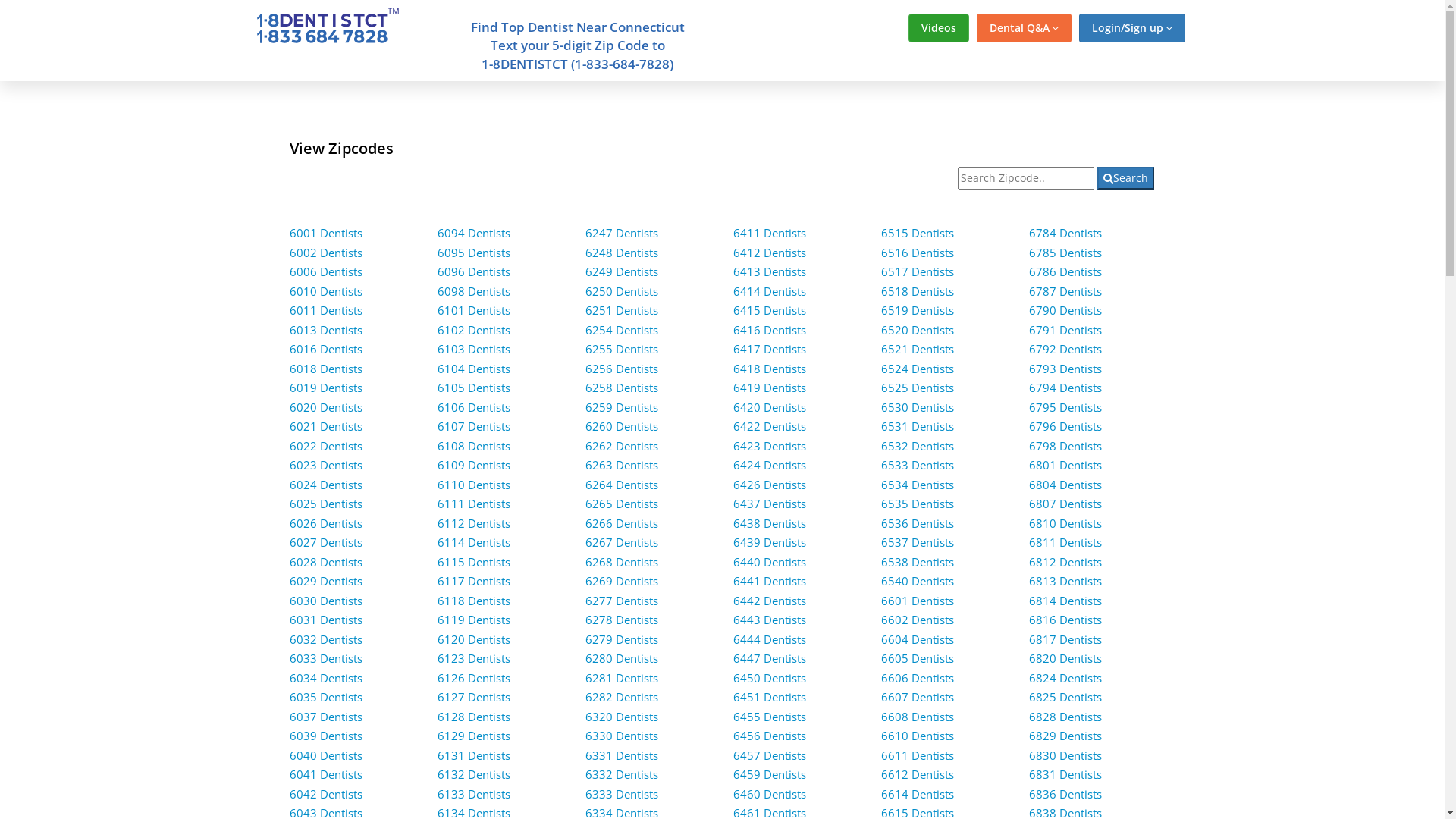 The height and width of the screenshot is (819, 1456). What do you see at coordinates (769, 406) in the screenshot?
I see `'6420 Dentists'` at bounding box center [769, 406].